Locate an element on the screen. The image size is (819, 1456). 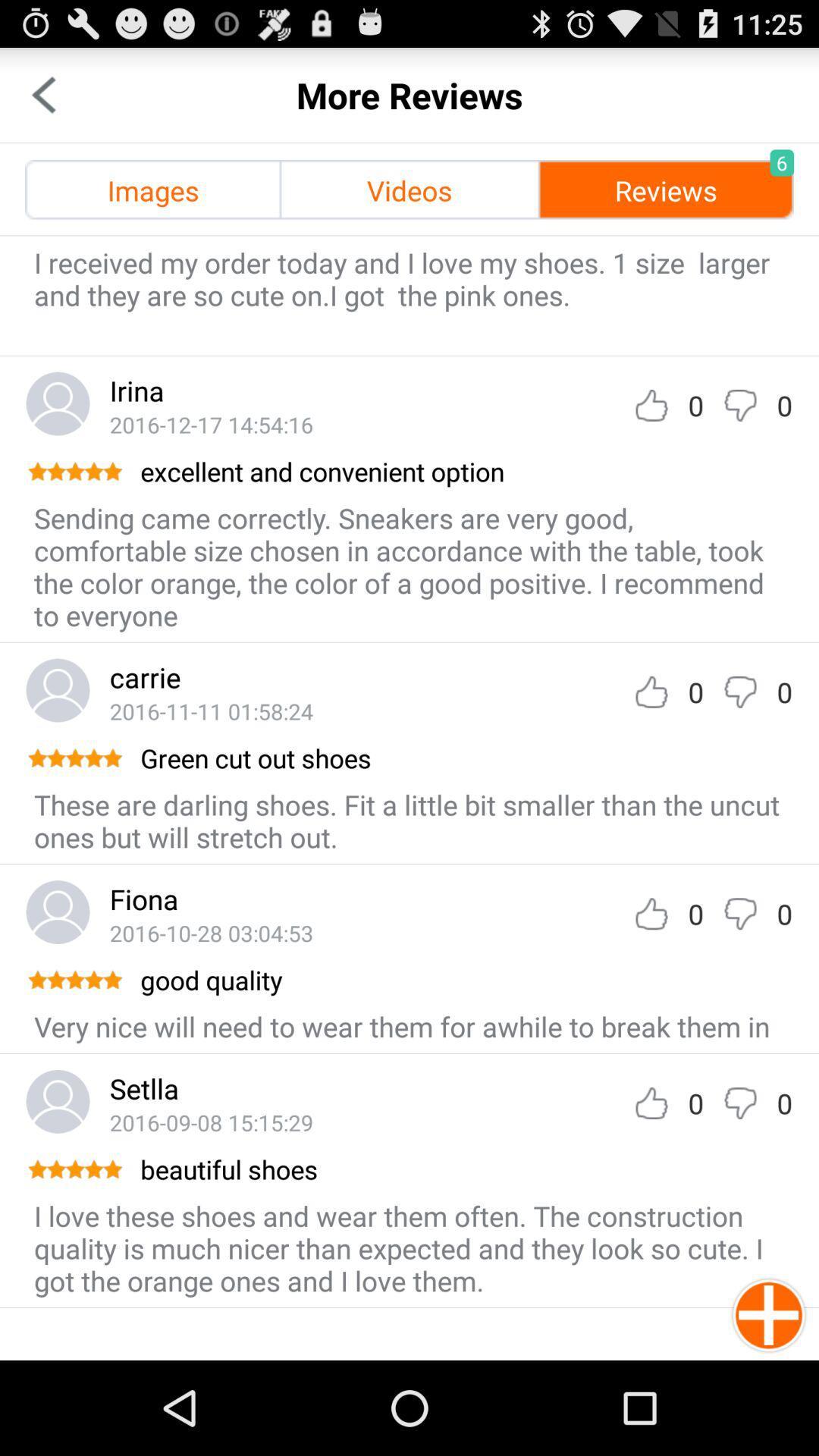
dislike option is located at coordinates (739, 913).